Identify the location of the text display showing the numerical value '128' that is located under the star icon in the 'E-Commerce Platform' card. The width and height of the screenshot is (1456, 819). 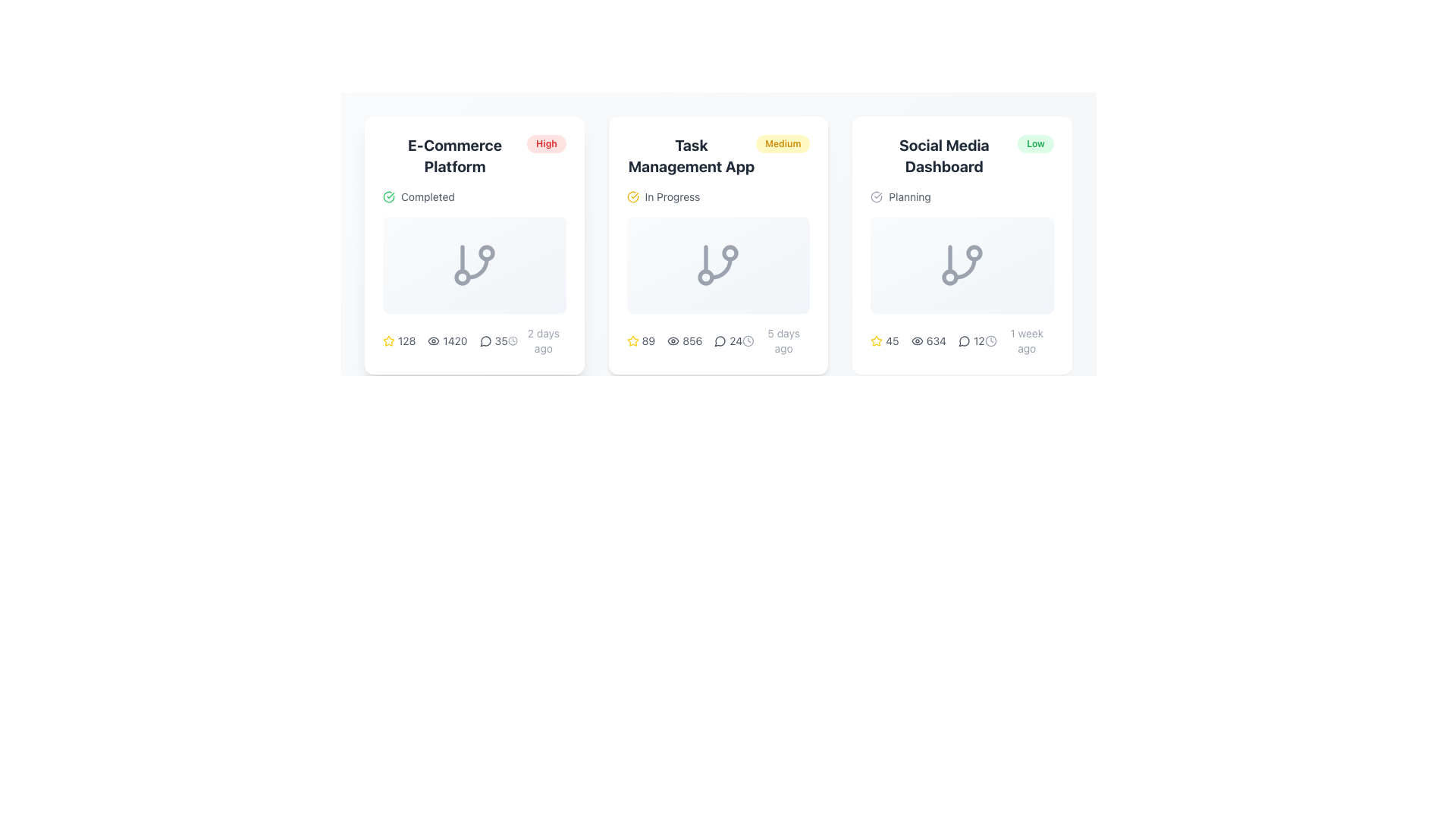
(406, 341).